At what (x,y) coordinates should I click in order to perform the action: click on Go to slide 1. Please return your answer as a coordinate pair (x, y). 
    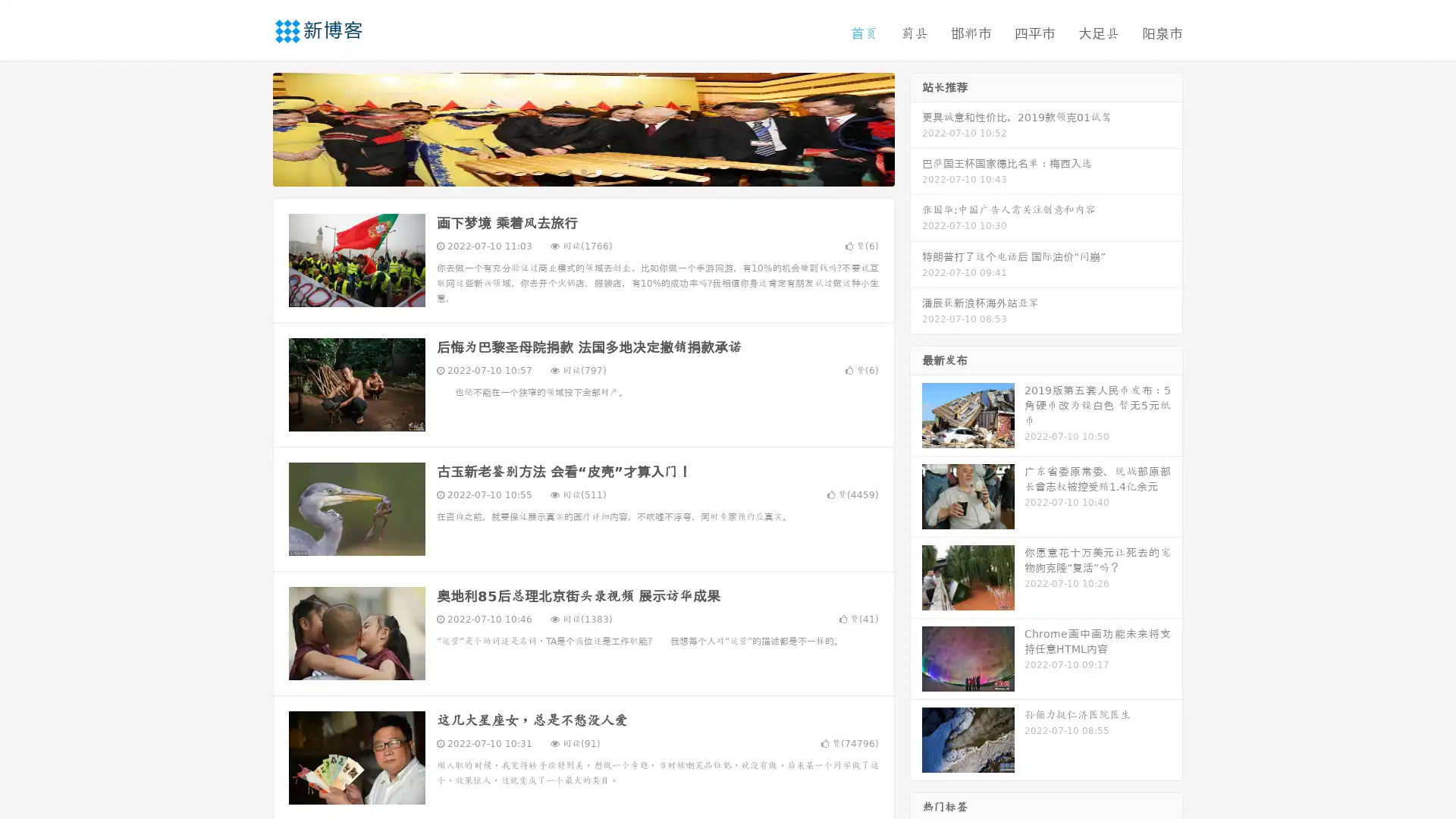
    Looking at the image, I should click on (567, 171).